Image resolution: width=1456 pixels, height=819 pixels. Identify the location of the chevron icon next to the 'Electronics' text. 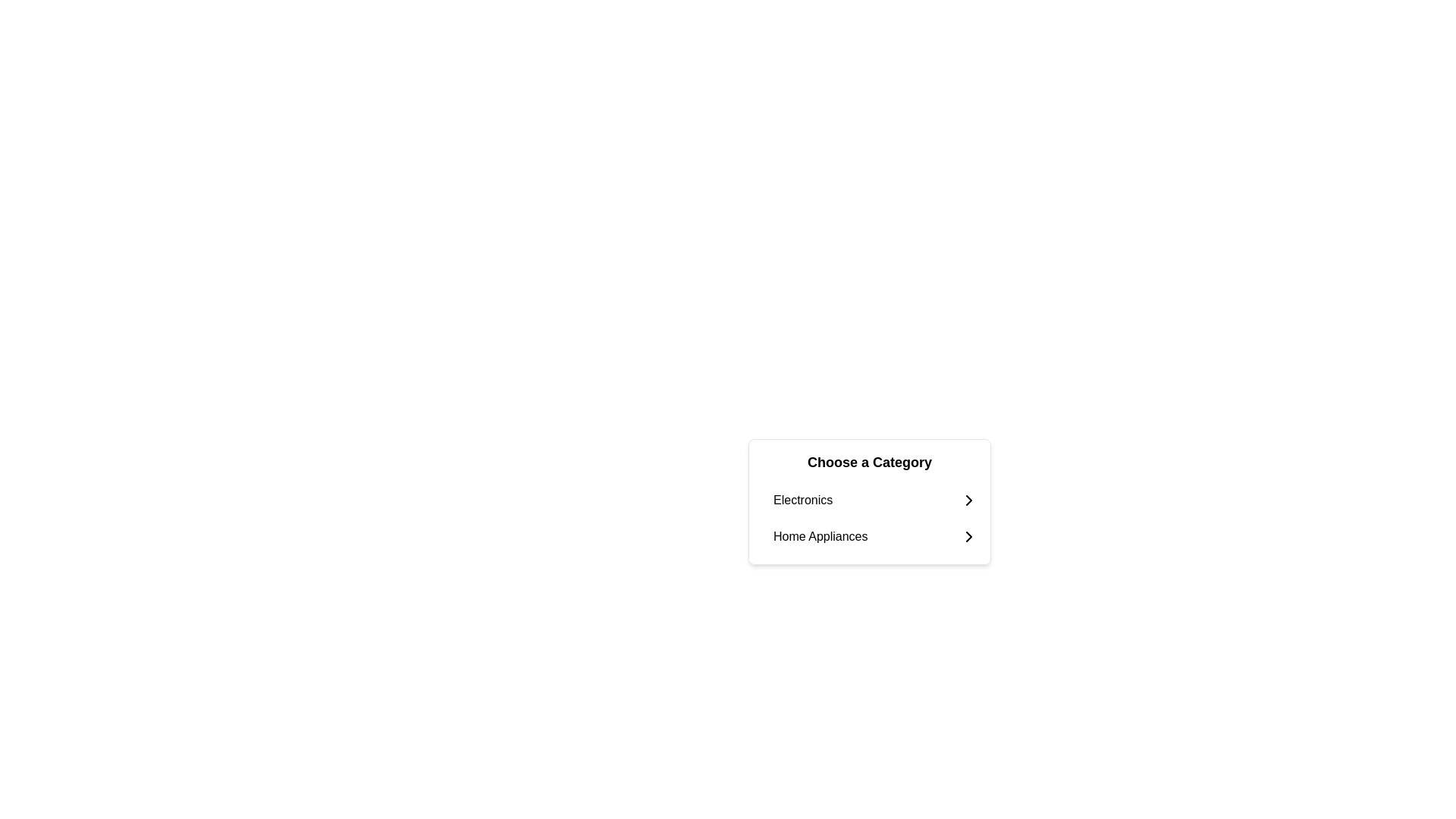
(968, 500).